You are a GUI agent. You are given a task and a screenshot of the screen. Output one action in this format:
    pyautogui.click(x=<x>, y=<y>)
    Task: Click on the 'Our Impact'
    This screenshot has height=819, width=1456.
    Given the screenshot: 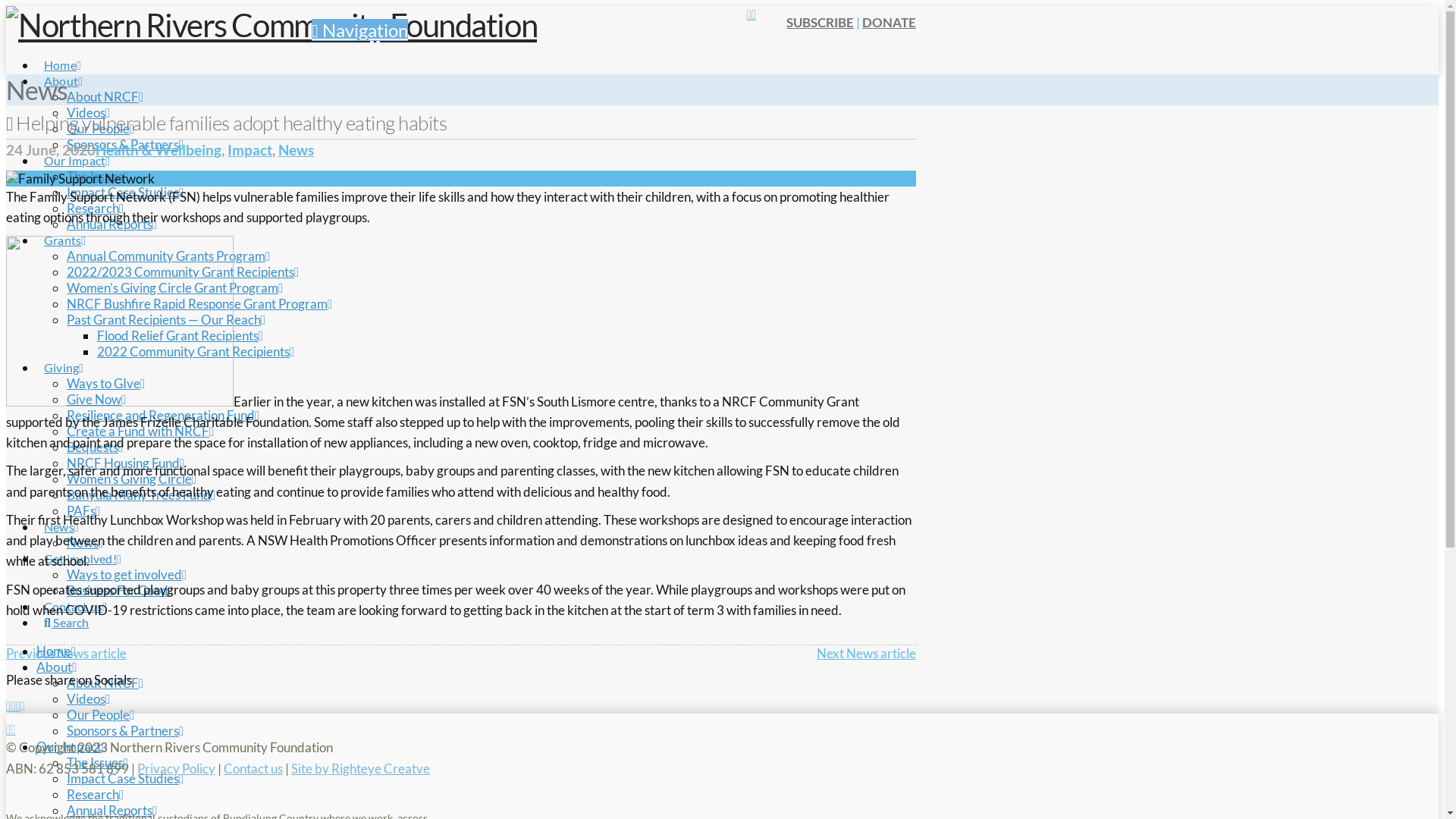 What is the action you would take?
    pyautogui.click(x=76, y=146)
    